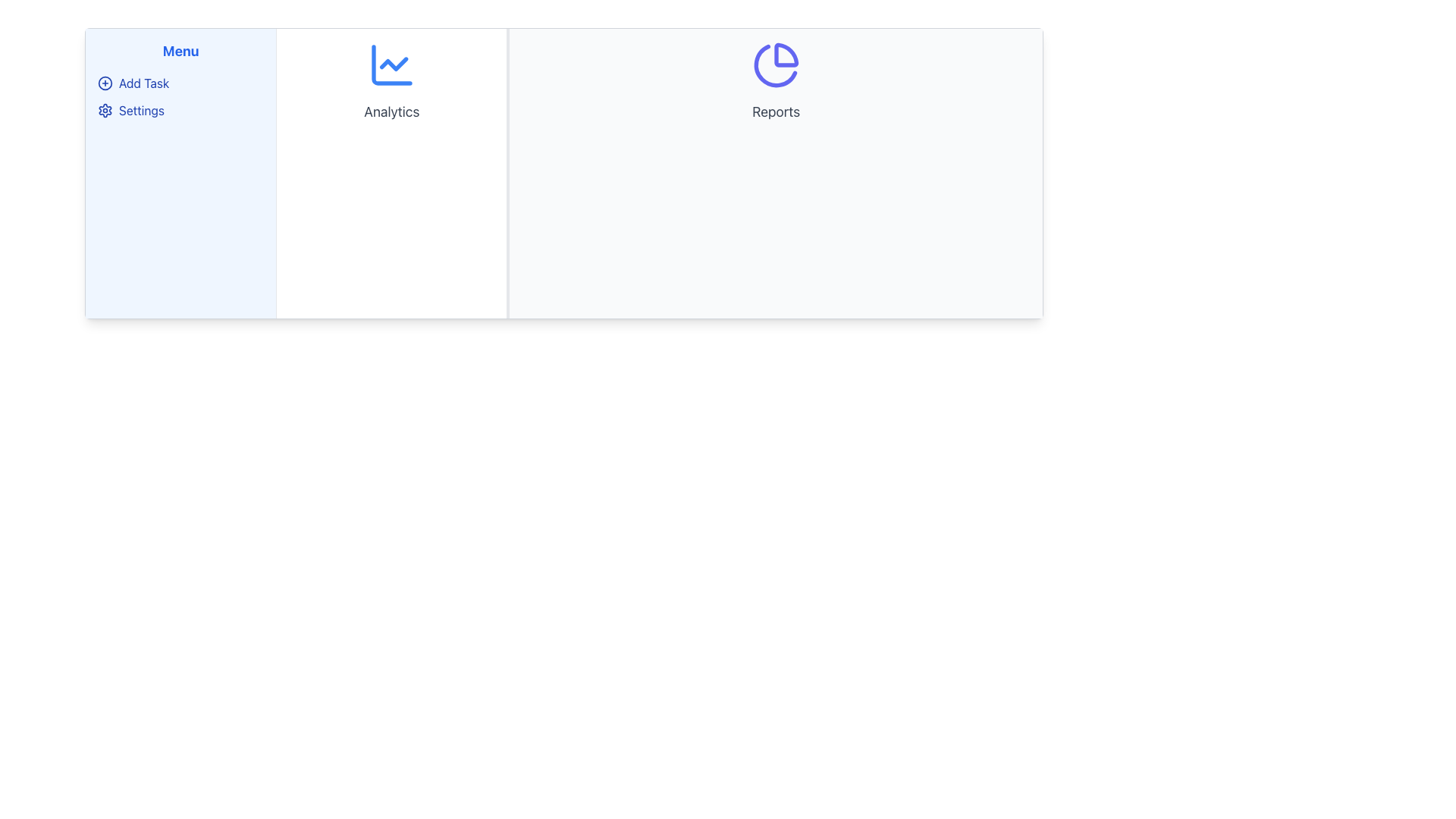  Describe the element at coordinates (105, 110) in the screenshot. I see `the gear-shaped icon representing settings, located` at that location.